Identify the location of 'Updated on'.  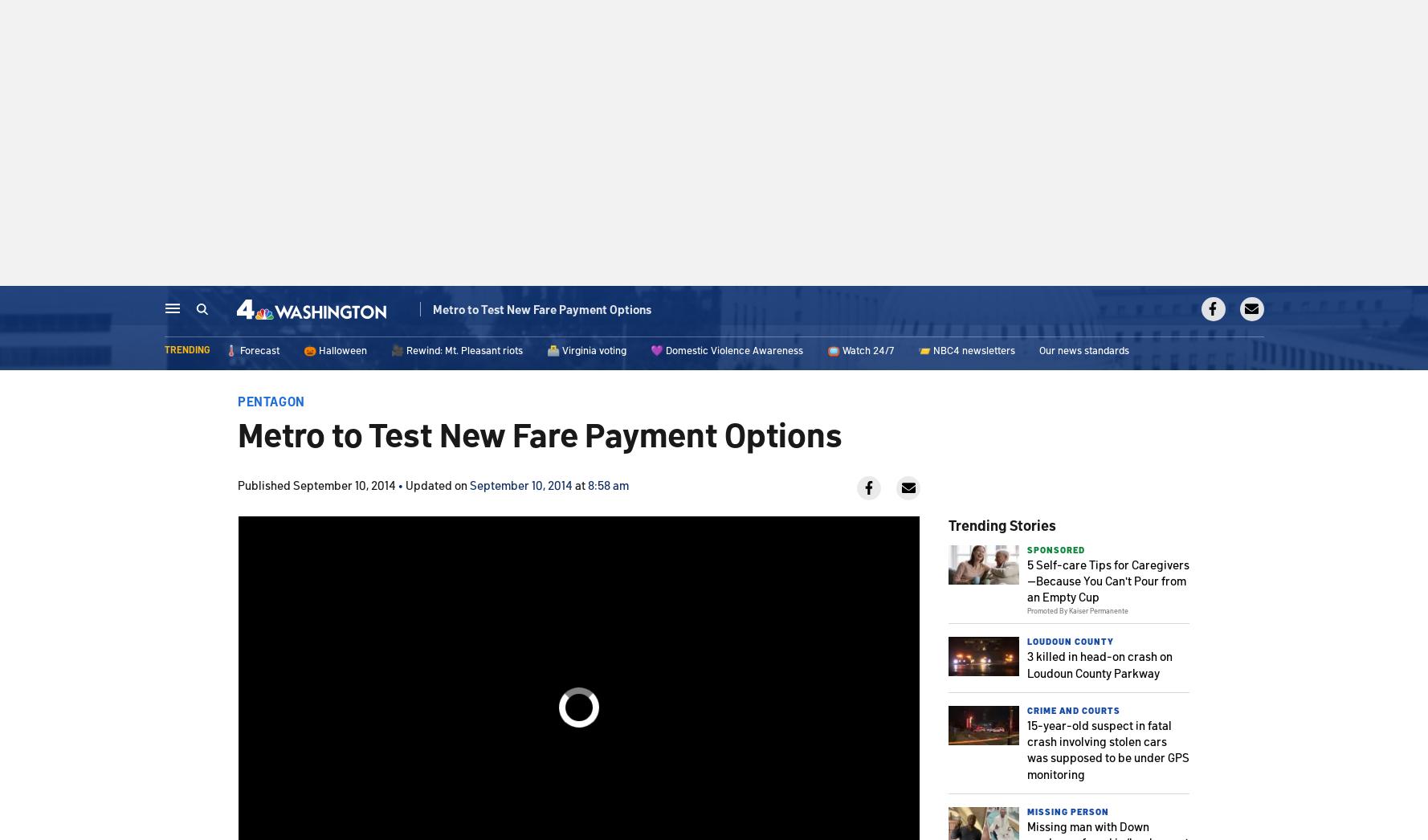
(437, 483).